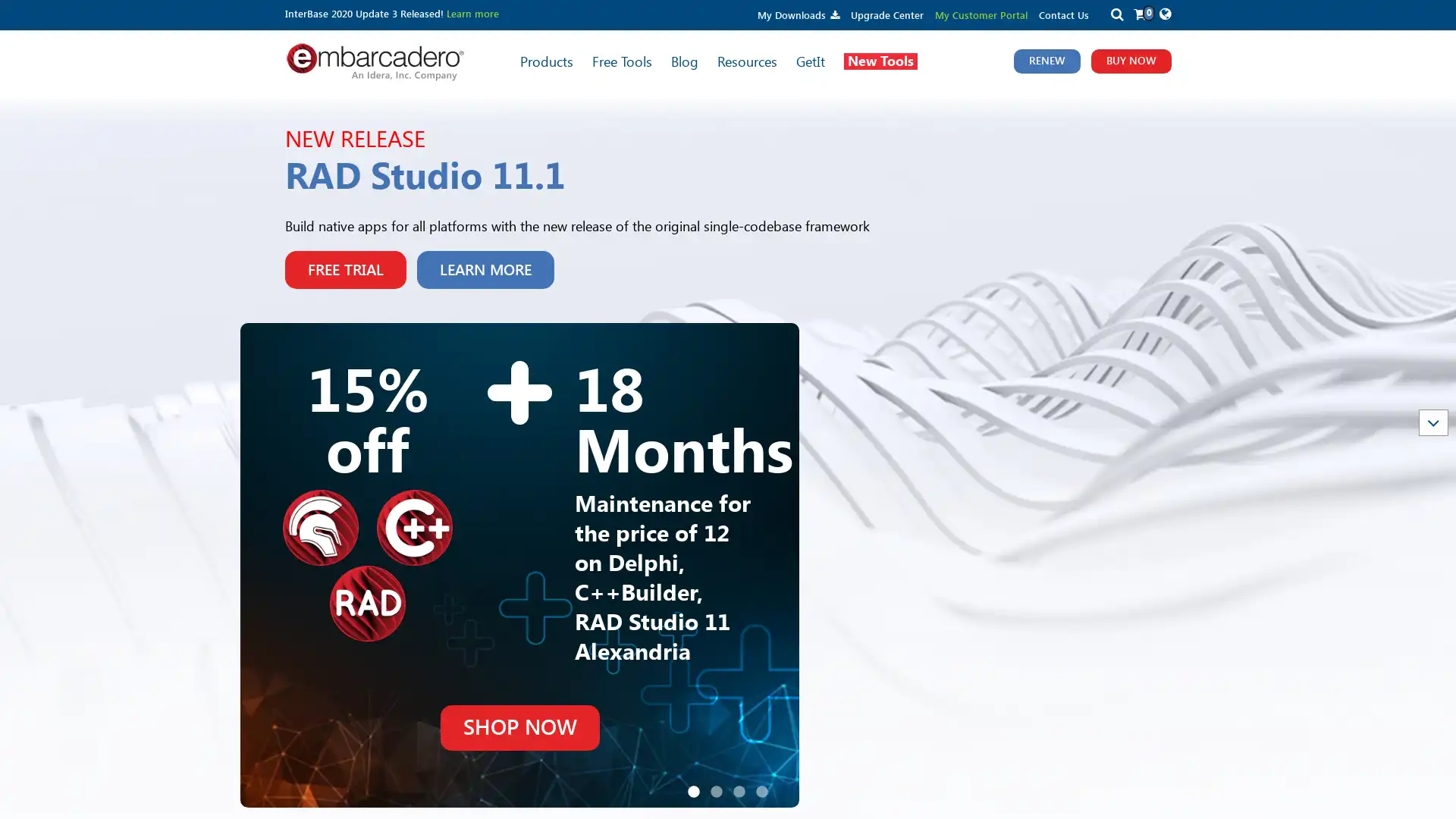  What do you see at coordinates (761, 644) in the screenshot?
I see `4` at bounding box center [761, 644].